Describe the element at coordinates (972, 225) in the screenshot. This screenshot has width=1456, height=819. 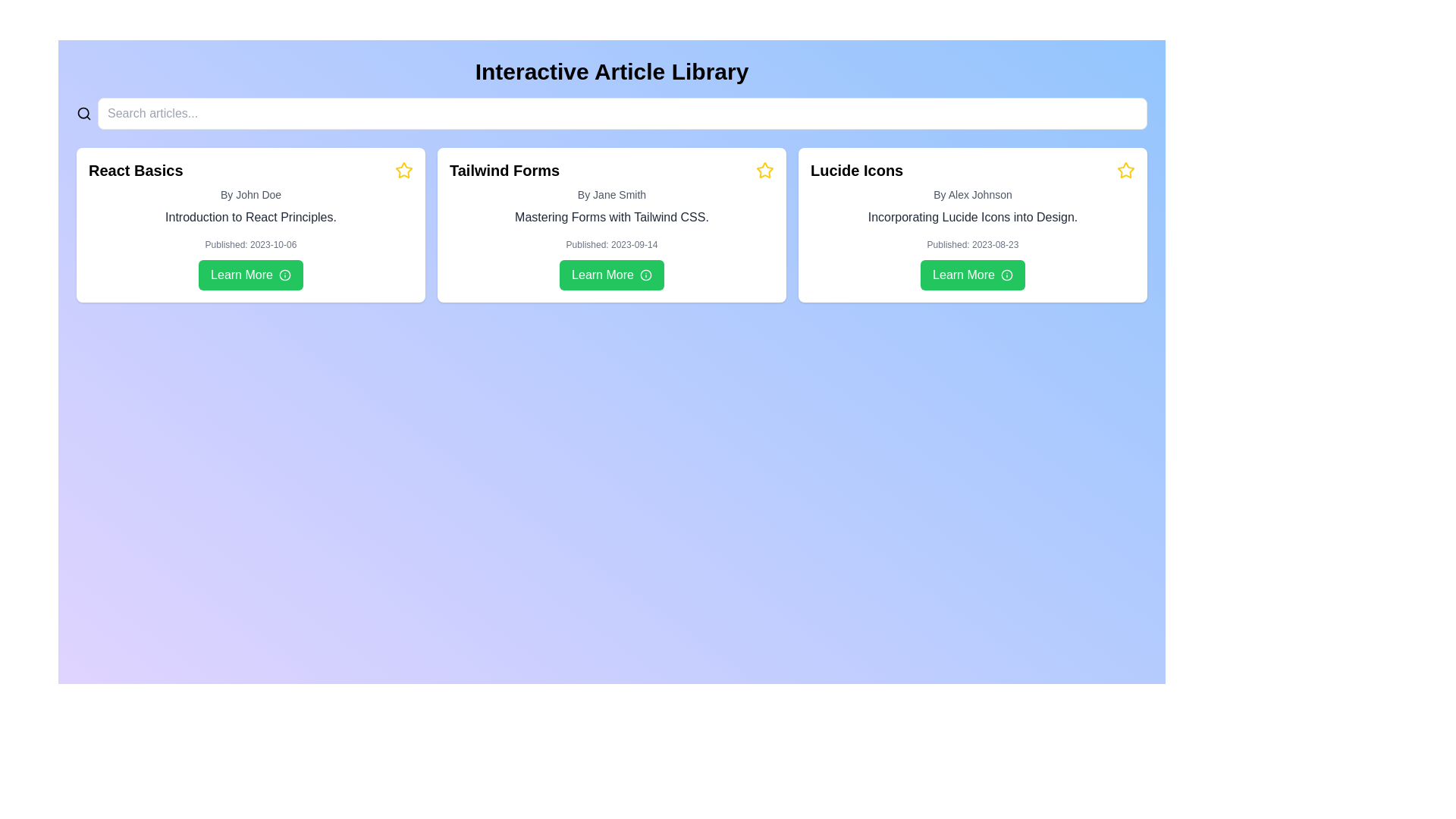
I see `the 'Learn More' button on the third Card component in the article grid layout` at that location.